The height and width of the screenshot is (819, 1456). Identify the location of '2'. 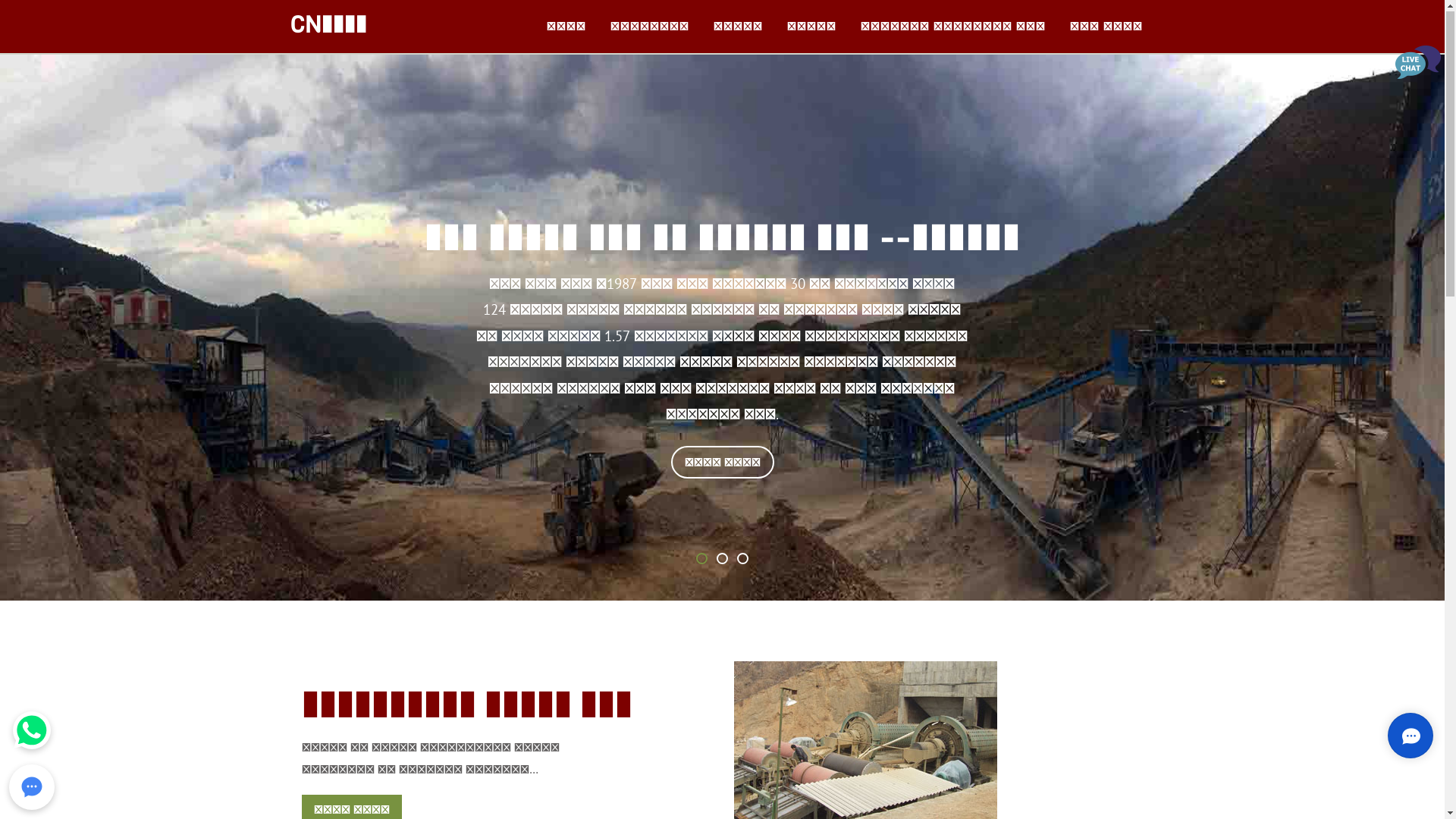
(721, 559).